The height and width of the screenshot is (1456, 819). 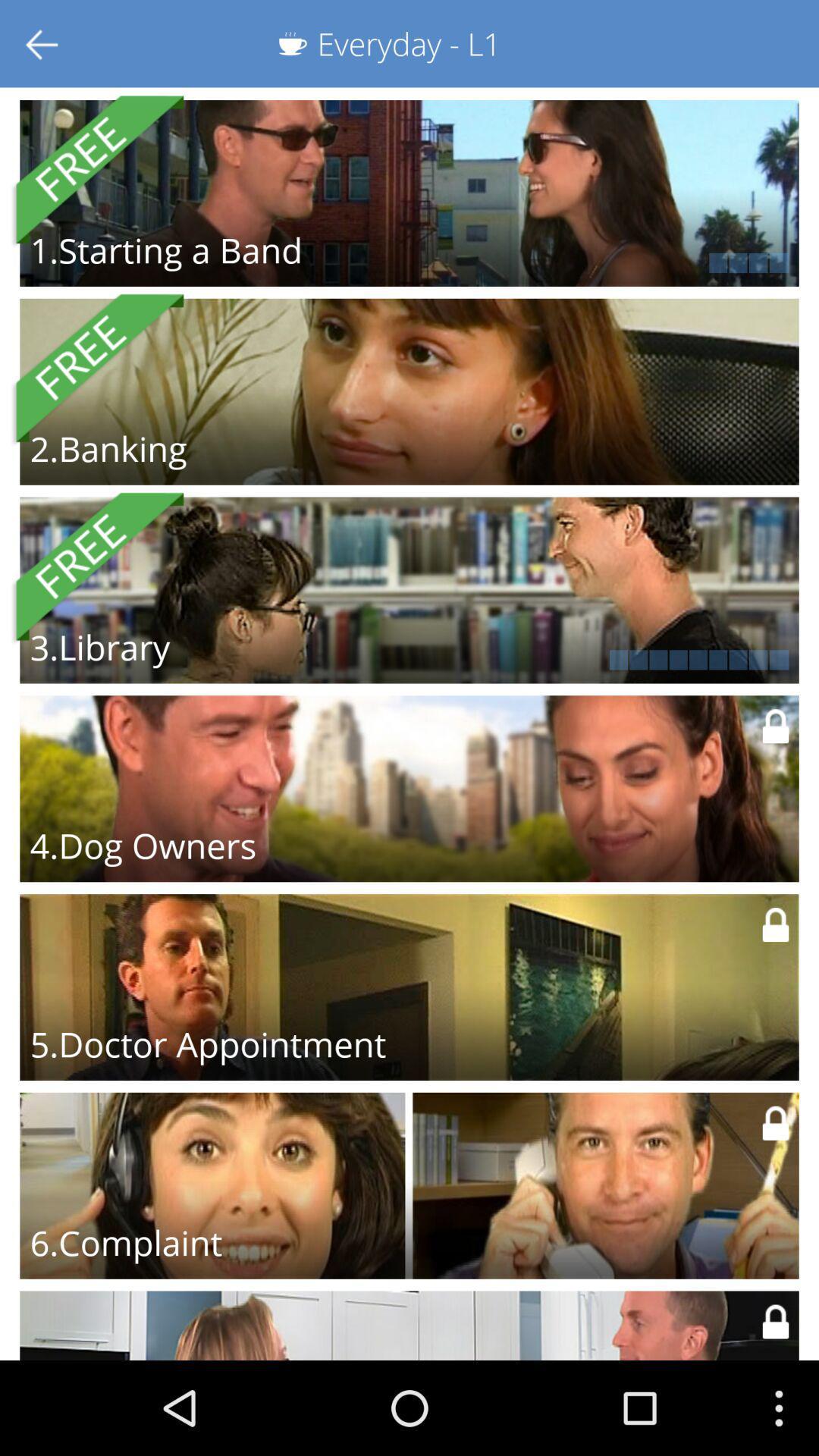 I want to click on the 1 starting a, so click(x=166, y=250).